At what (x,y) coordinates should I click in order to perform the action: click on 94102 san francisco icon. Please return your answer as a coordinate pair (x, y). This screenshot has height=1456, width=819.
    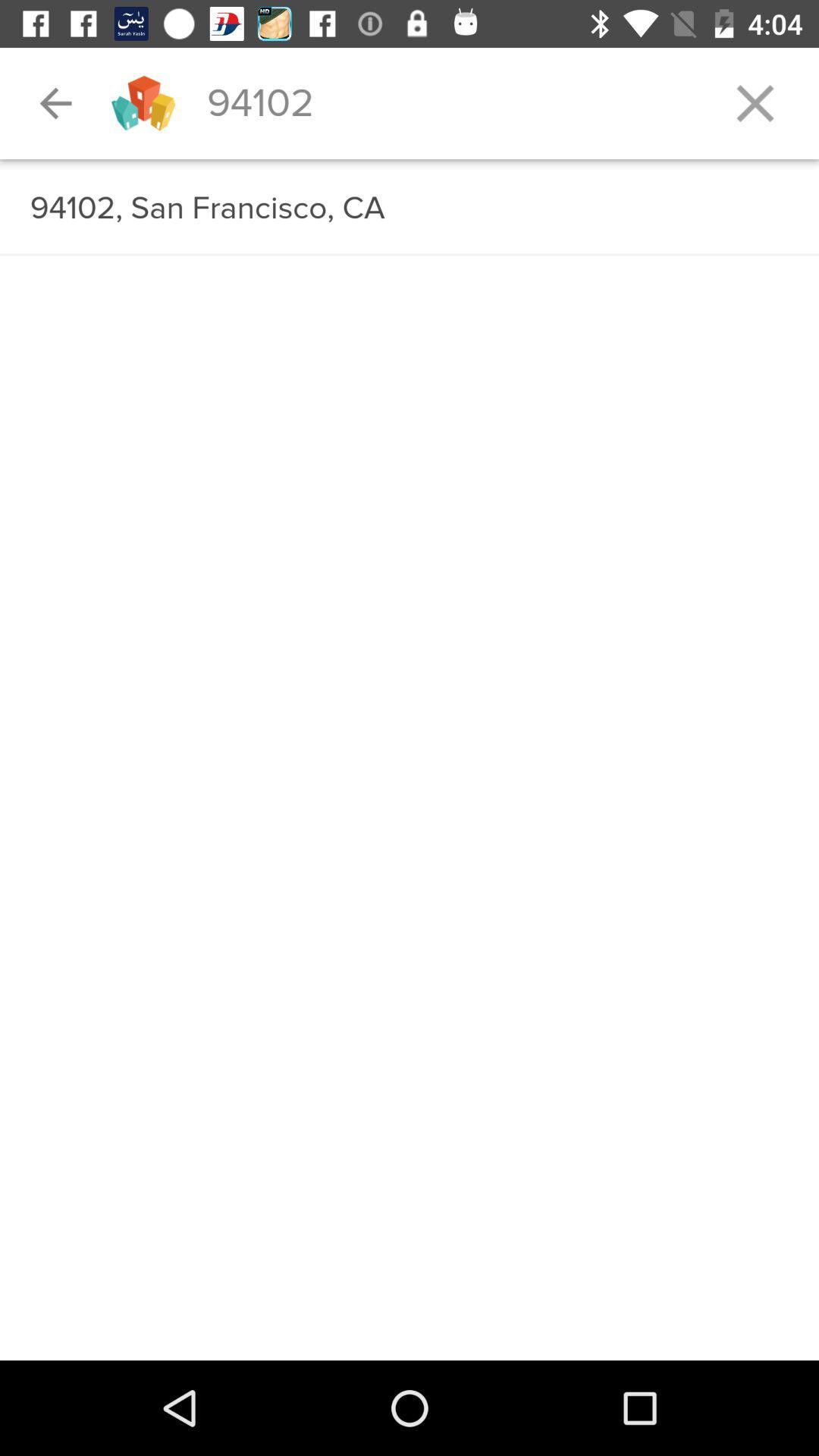
    Looking at the image, I should click on (409, 208).